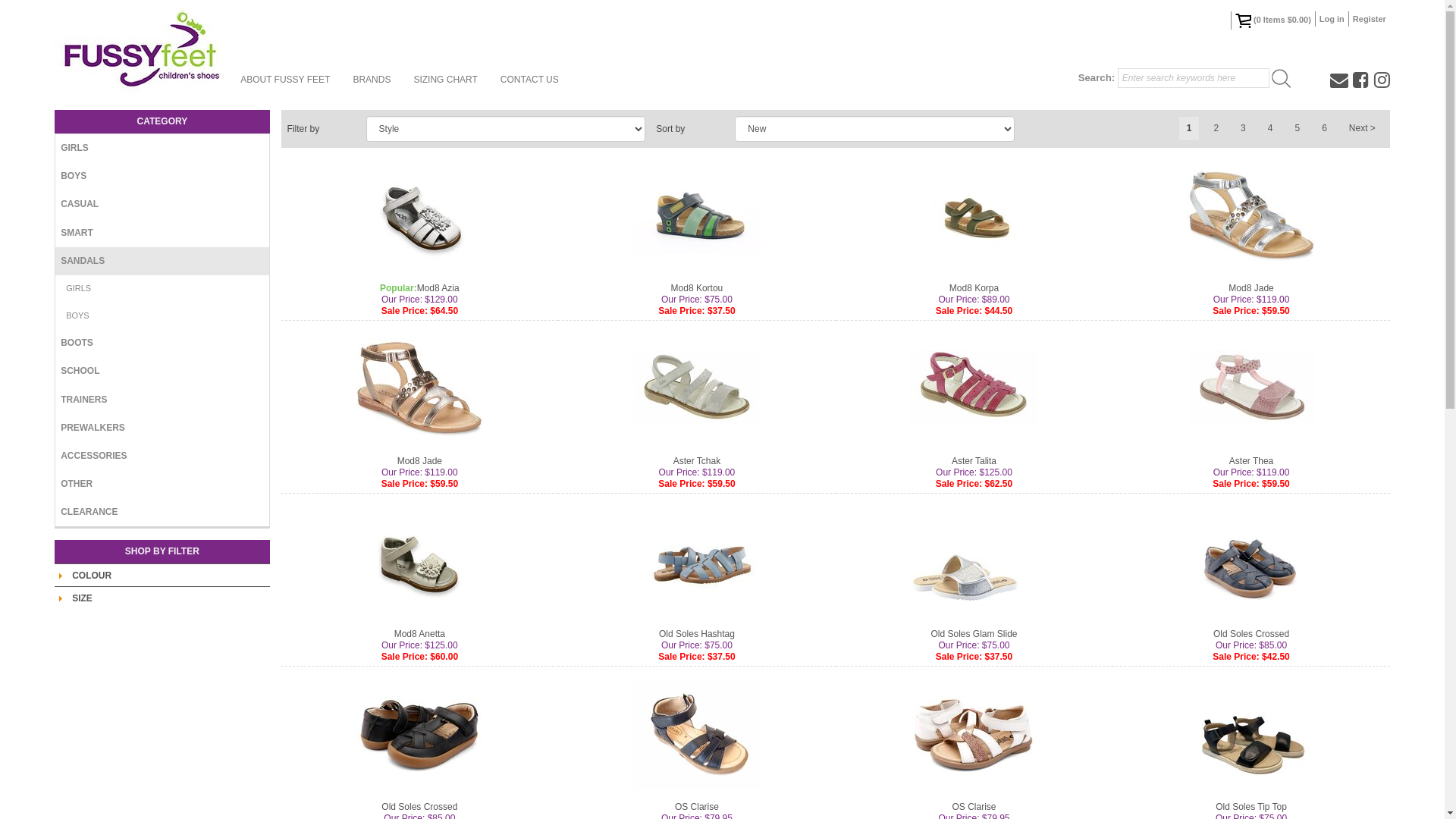 This screenshot has height=819, width=1456. I want to click on 'Mod8 Kortou-sandals-Fussy Feet - Childrens Shoes', so click(695, 215).